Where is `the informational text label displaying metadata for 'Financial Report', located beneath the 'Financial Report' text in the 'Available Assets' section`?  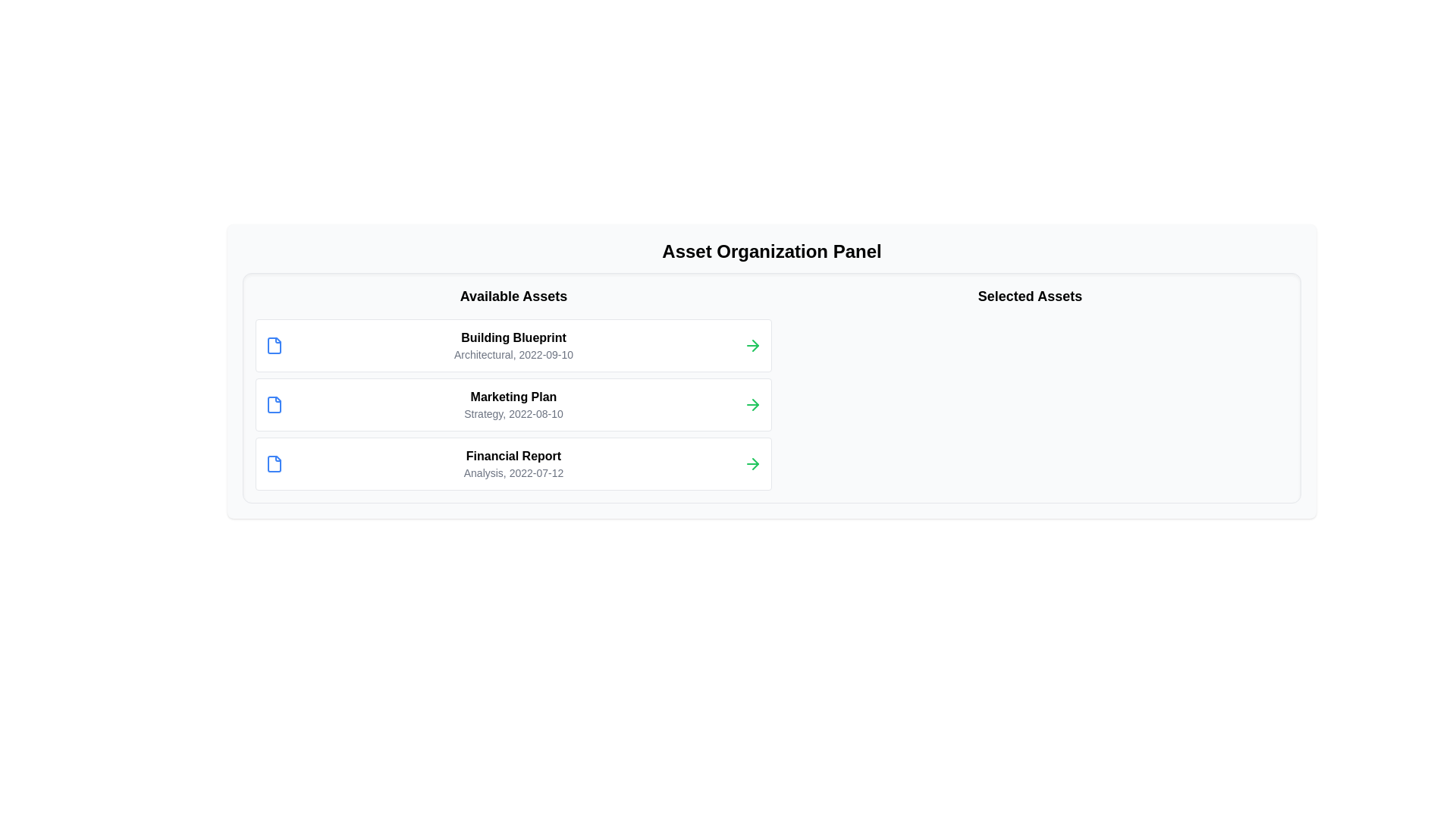
the informational text label displaying metadata for 'Financial Report', located beneath the 'Financial Report' text in the 'Available Assets' section is located at coordinates (513, 472).